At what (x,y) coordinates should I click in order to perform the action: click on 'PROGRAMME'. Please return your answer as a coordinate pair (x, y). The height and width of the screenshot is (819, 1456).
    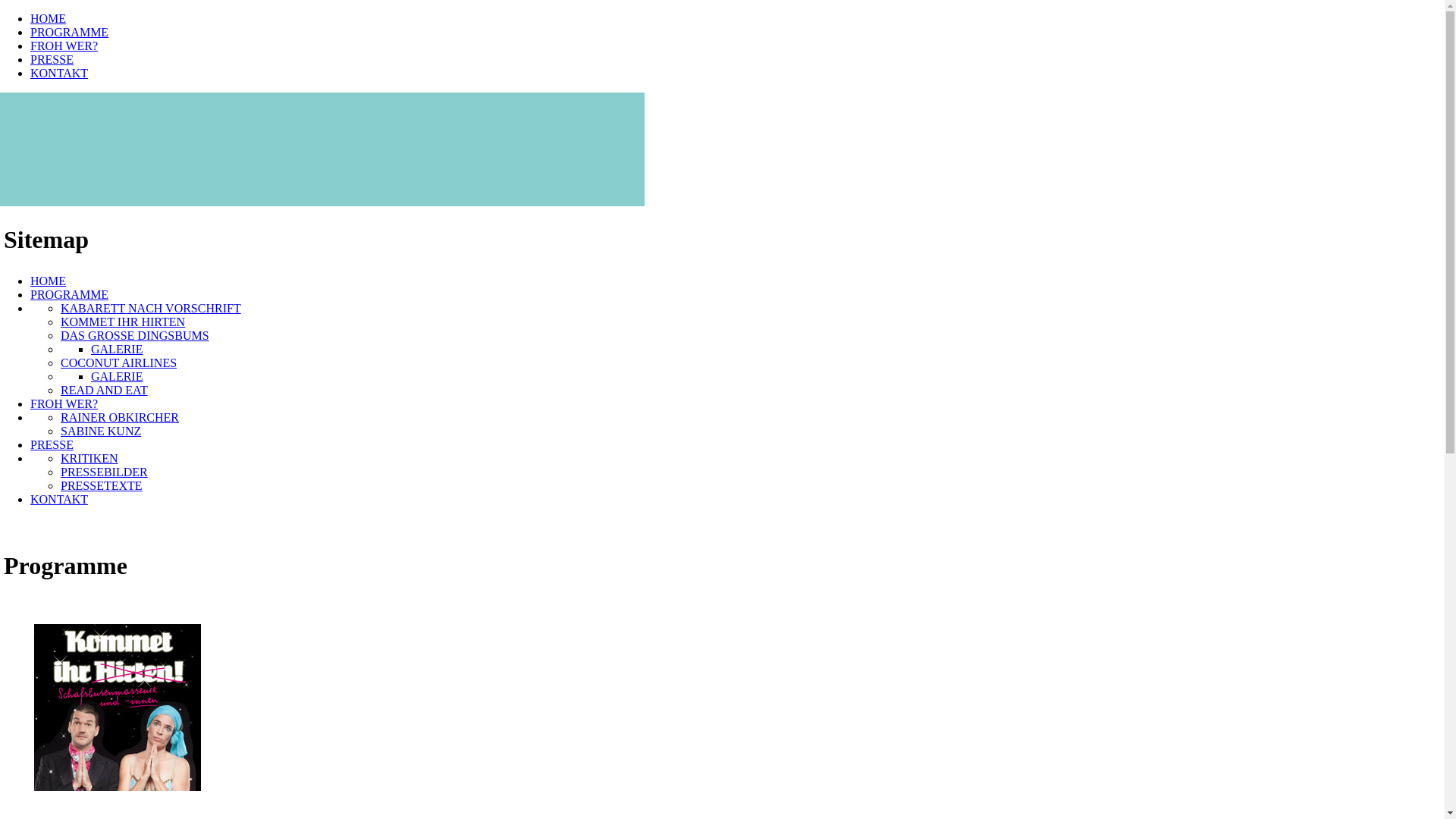
    Looking at the image, I should click on (68, 294).